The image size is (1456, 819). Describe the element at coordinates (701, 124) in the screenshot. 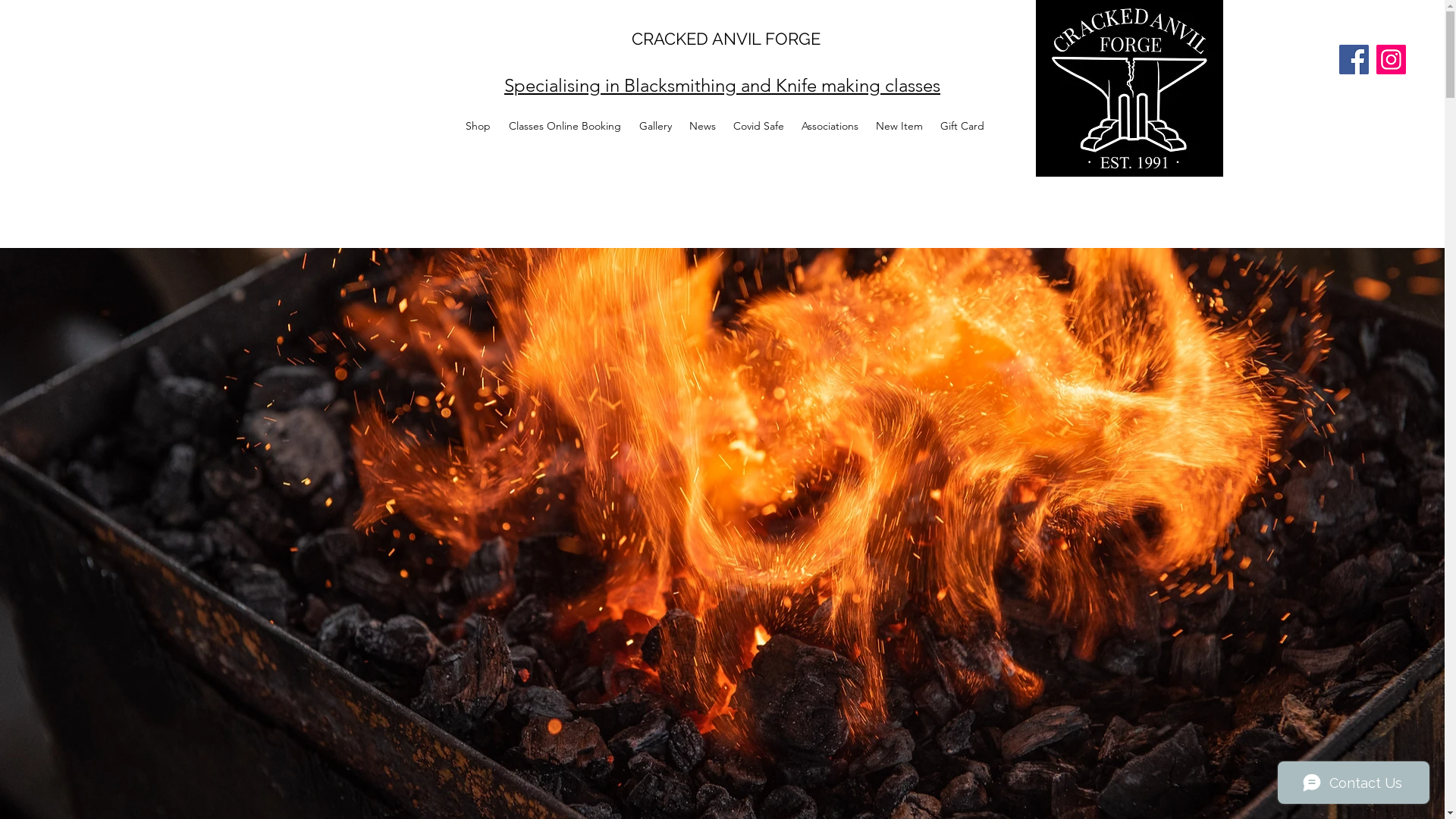

I see `'News'` at that location.